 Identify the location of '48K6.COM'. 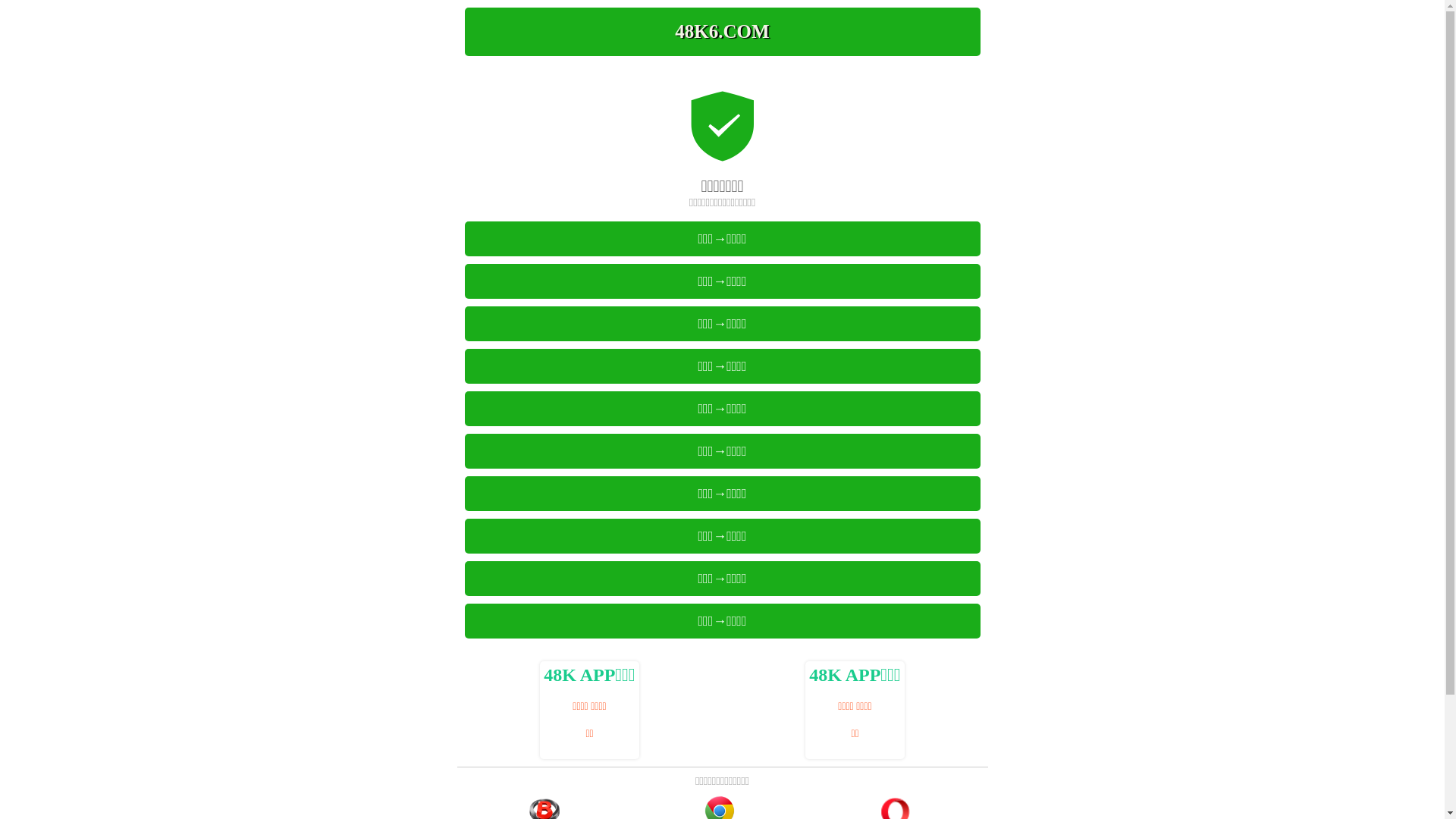
(720, 32).